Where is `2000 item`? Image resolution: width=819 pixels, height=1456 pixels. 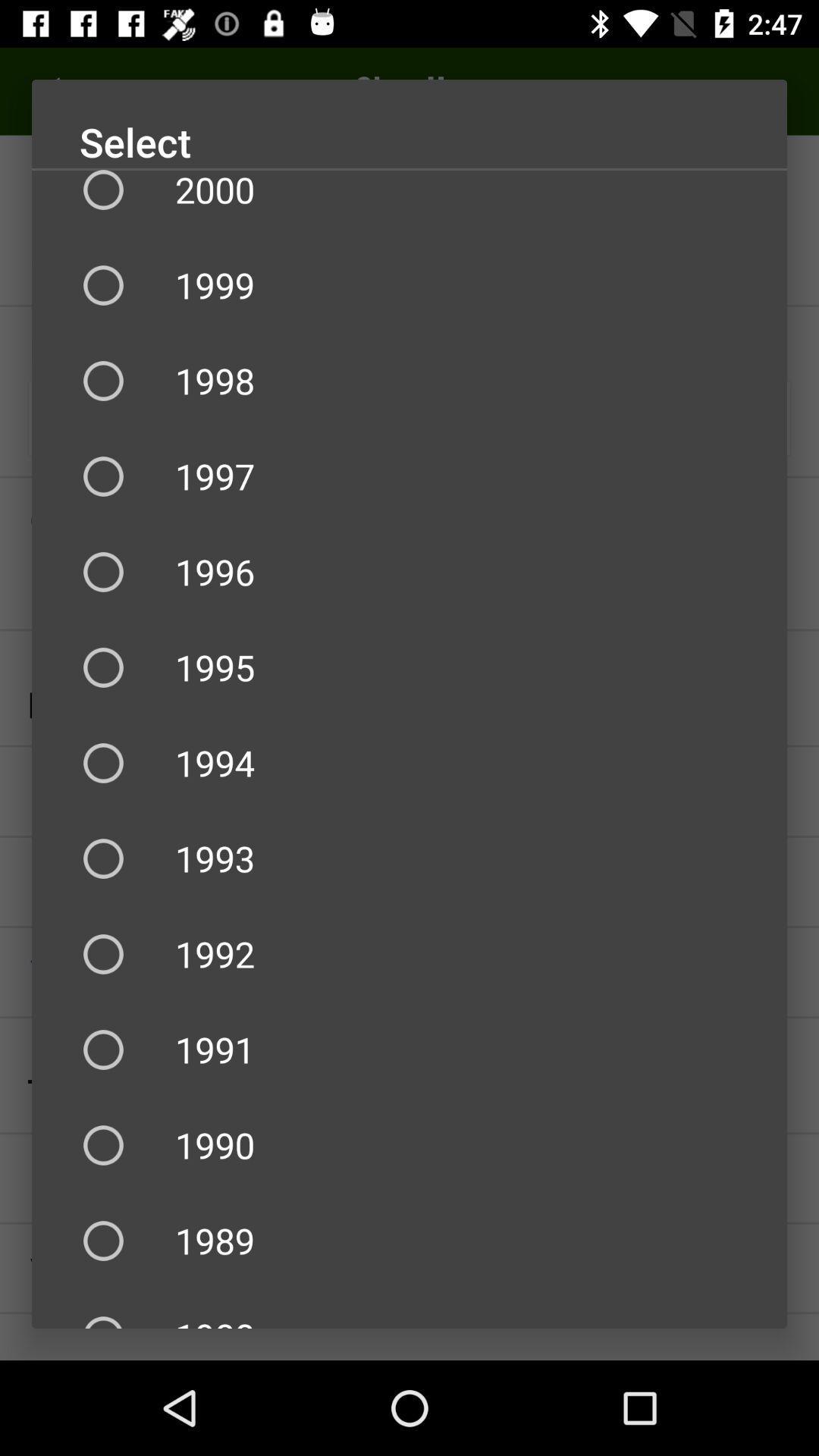
2000 item is located at coordinates (409, 202).